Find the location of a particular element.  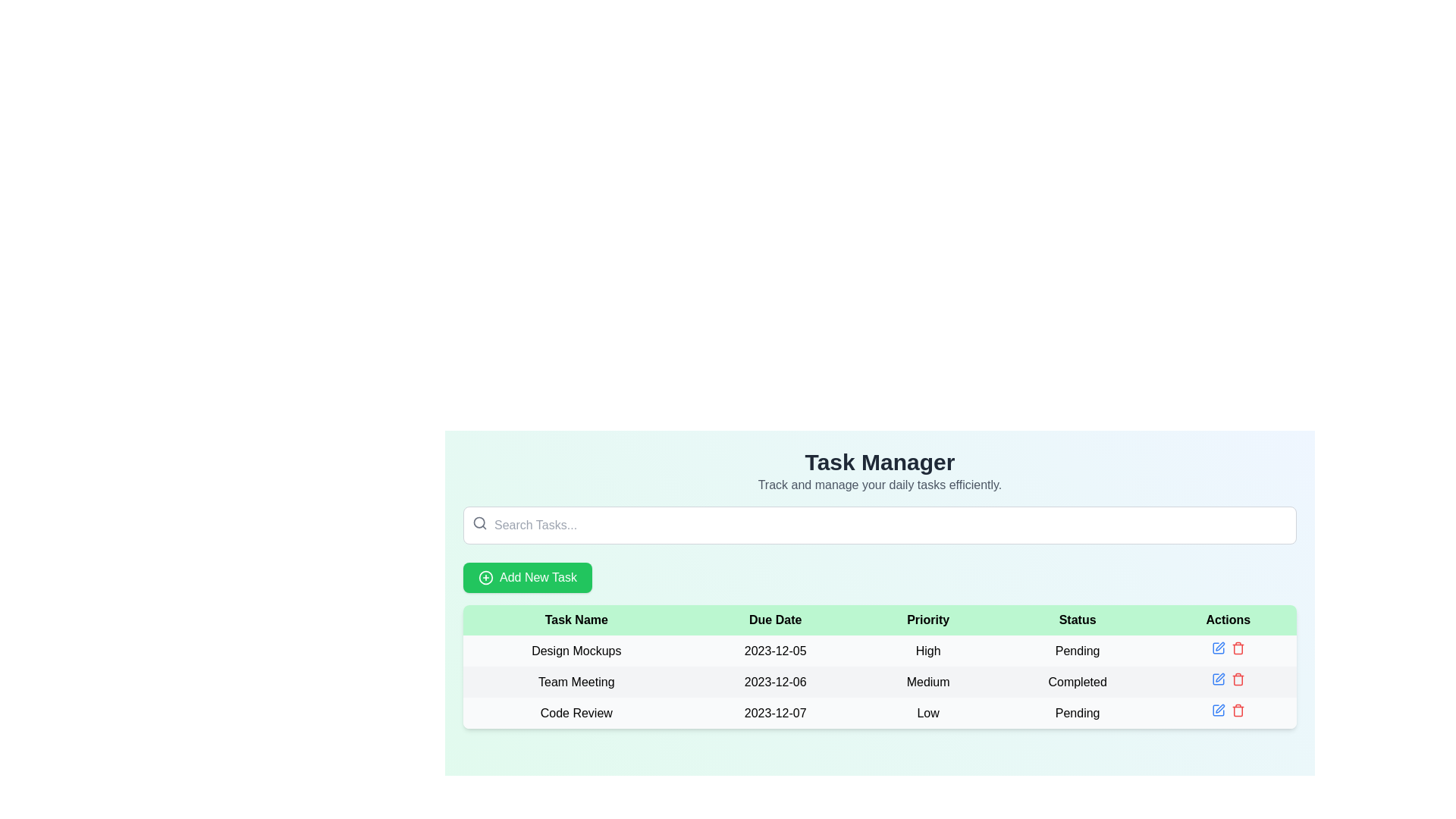

the table cell labeled 'Design Mockups' in the first row under the 'Task Name' column is located at coordinates (576, 650).